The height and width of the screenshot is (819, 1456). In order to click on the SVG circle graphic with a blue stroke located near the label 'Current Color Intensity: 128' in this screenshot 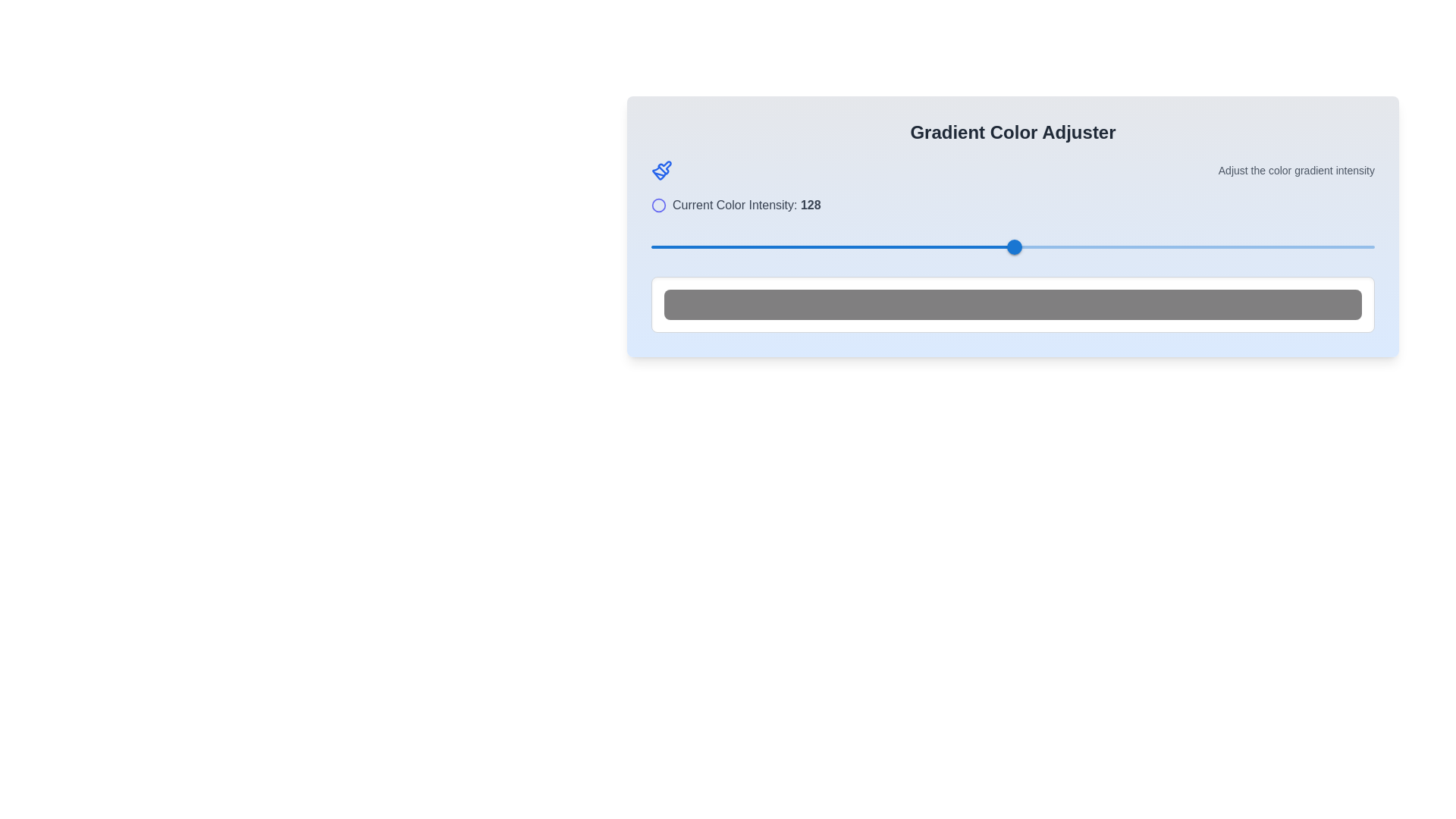, I will do `click(658, 205)`.